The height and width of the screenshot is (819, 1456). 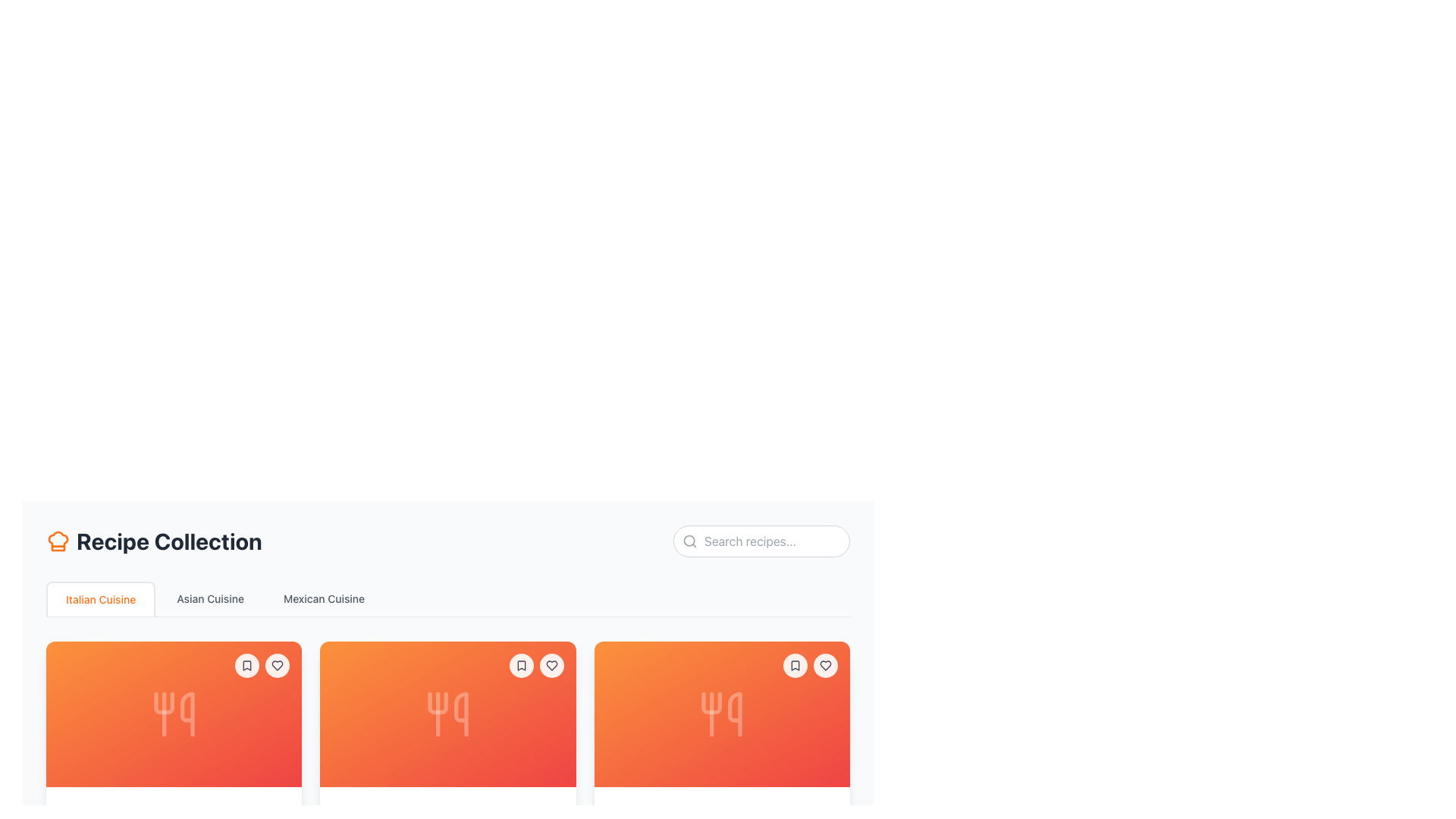 I want to click on the decorative icon representing recipes or cooking-related content, located in the upper portion of the first recipe card, so click(x=174, y=714).